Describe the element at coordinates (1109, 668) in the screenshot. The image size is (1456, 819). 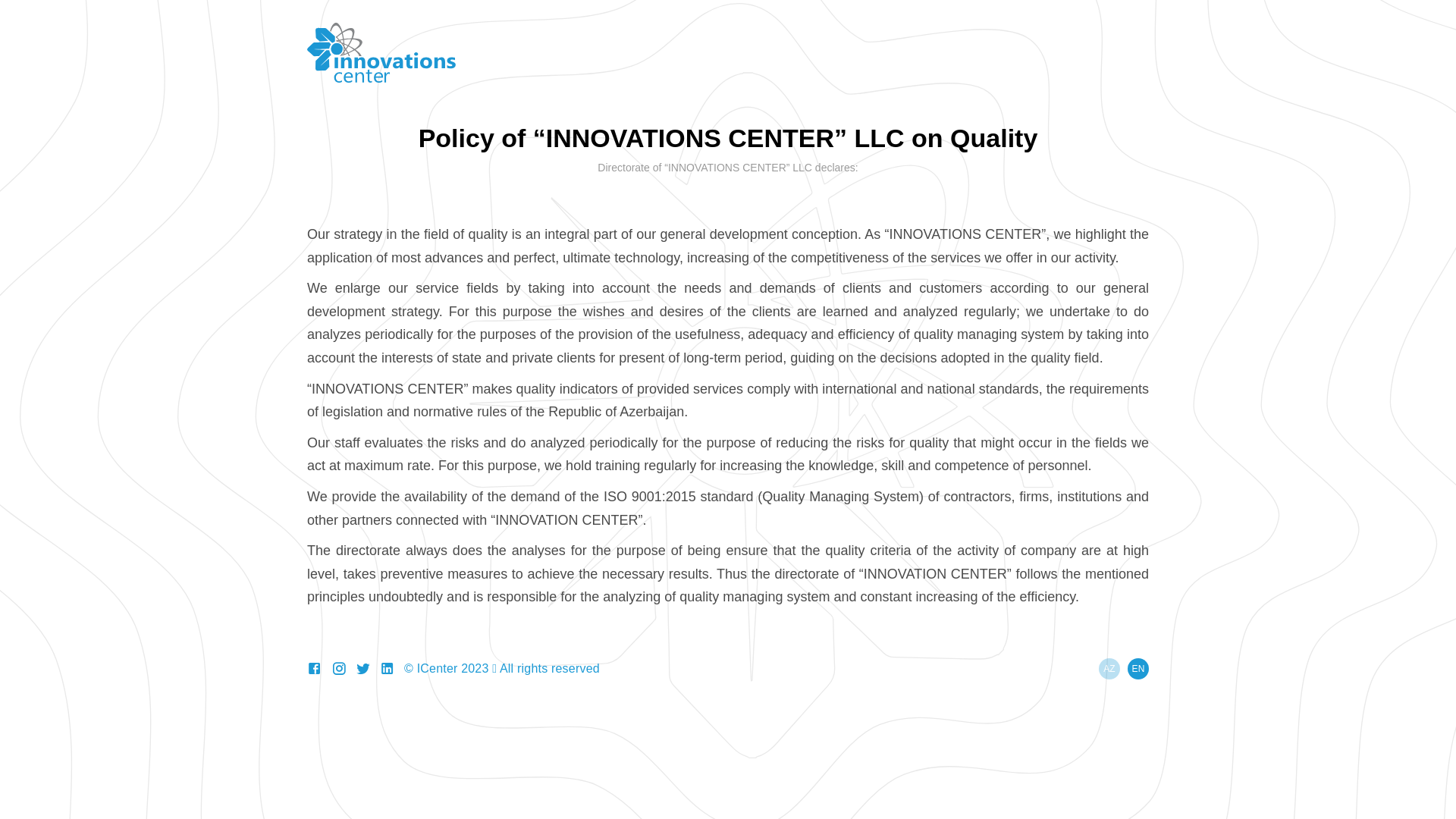
I see `'AZ'` at that location.